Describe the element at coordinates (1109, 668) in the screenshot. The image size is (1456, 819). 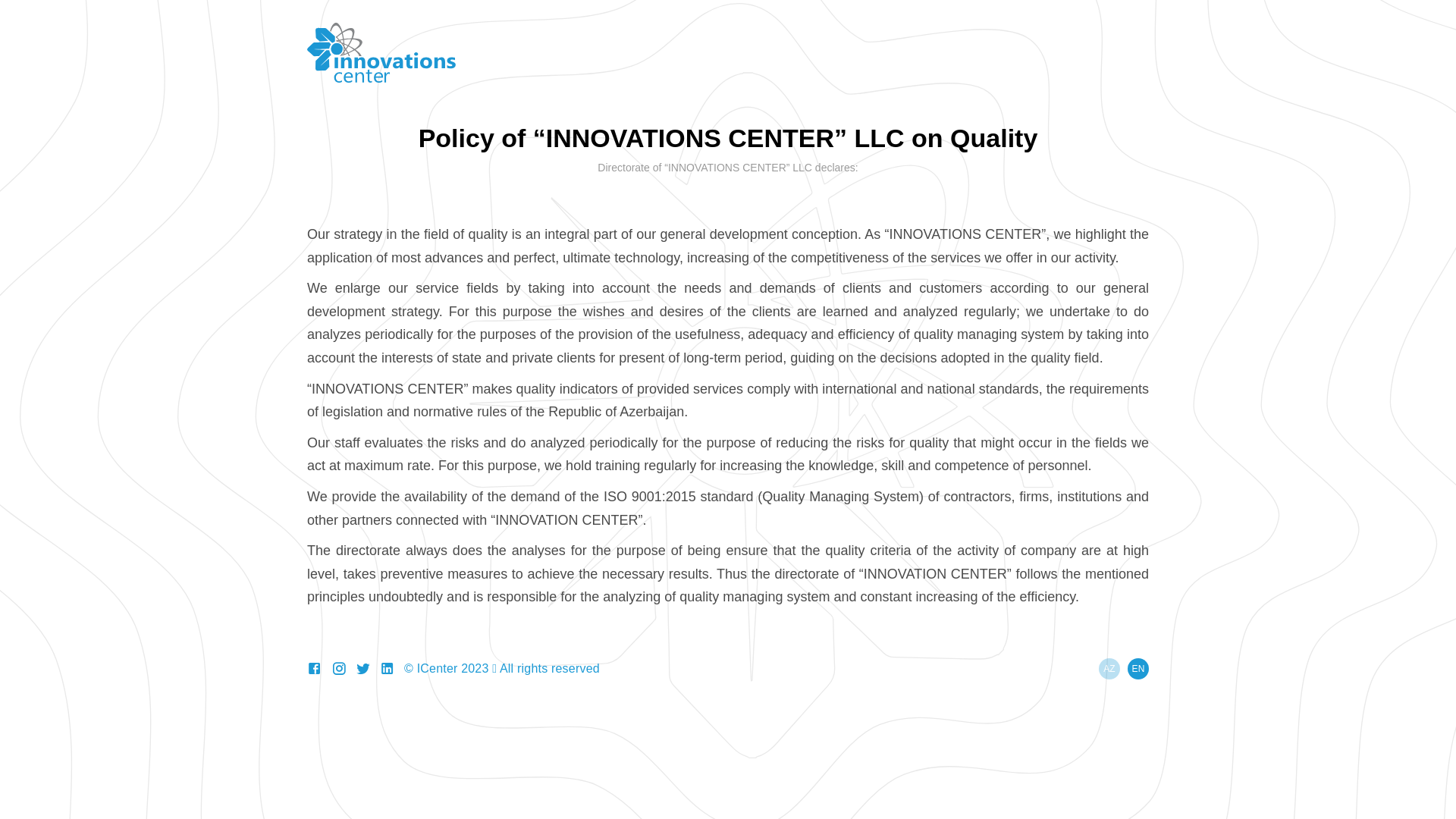
I see `'AZ'` at that location.